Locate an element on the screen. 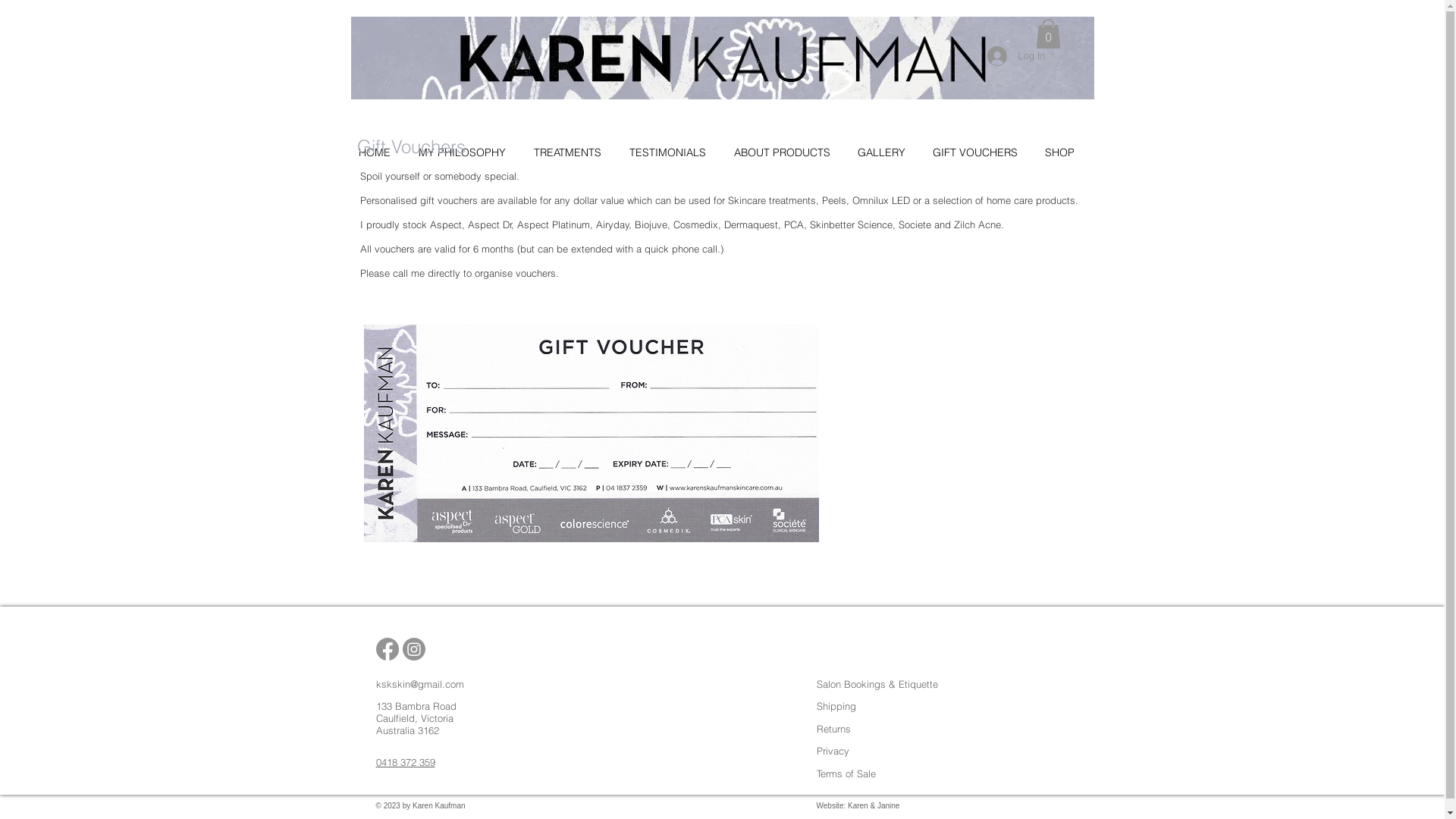  '0418 372 359' is located at coordinates (405, 762).